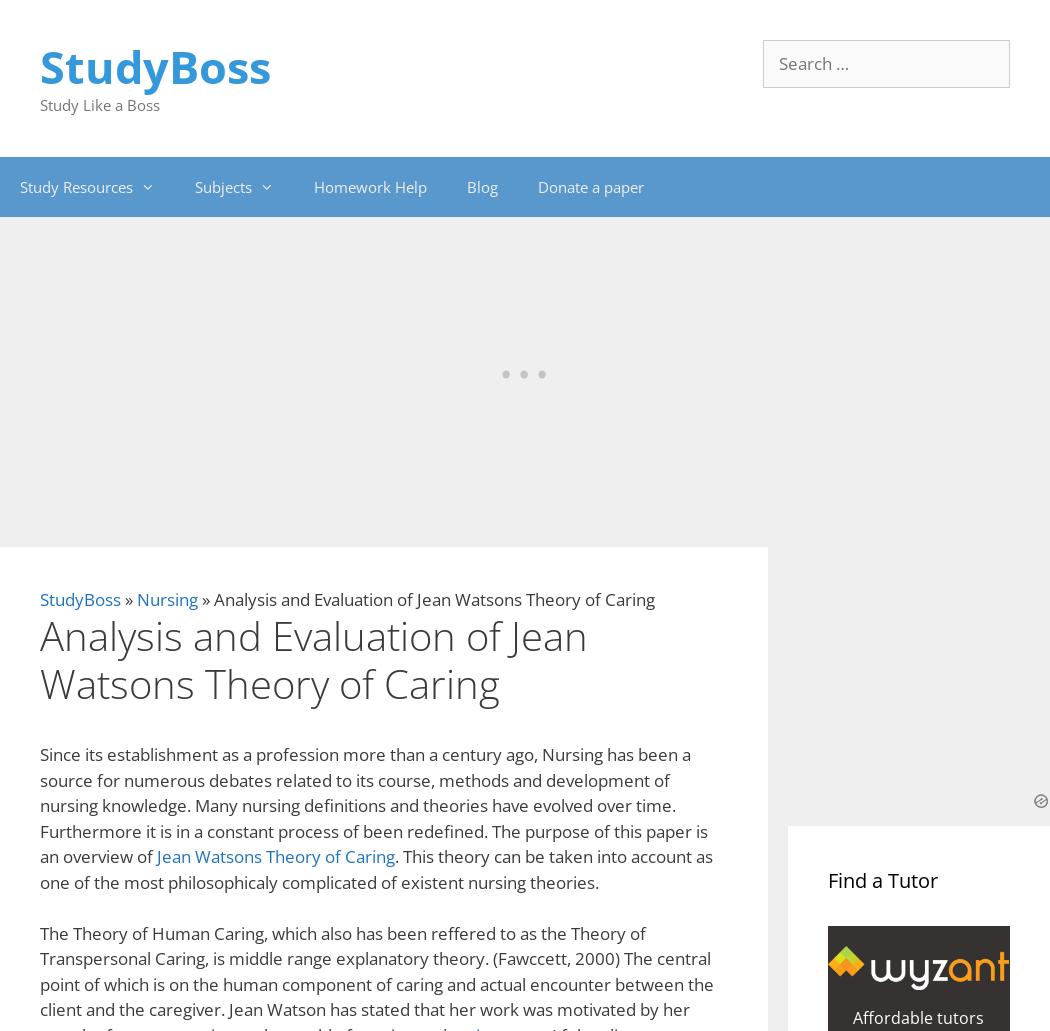 The width and height of the screenshot is (1050, 1031). I want to click on 'Anonymous Perpetrator Commits Mass Murder By Jean Rostand Analysis Essay', so click(91, 978).